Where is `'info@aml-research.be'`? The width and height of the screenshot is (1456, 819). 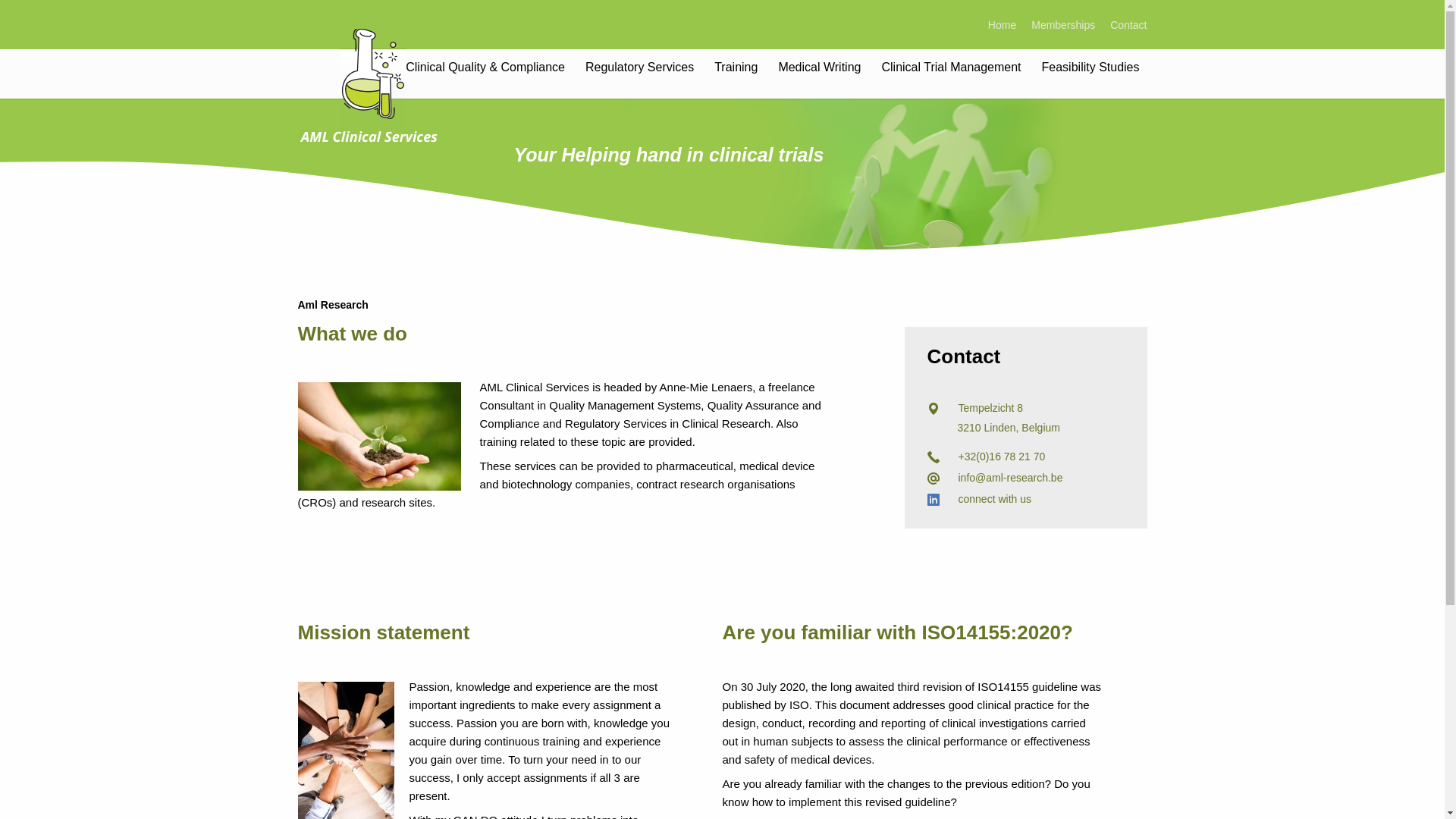 'info@aml-research.be' is located at coordinates (957, 476).